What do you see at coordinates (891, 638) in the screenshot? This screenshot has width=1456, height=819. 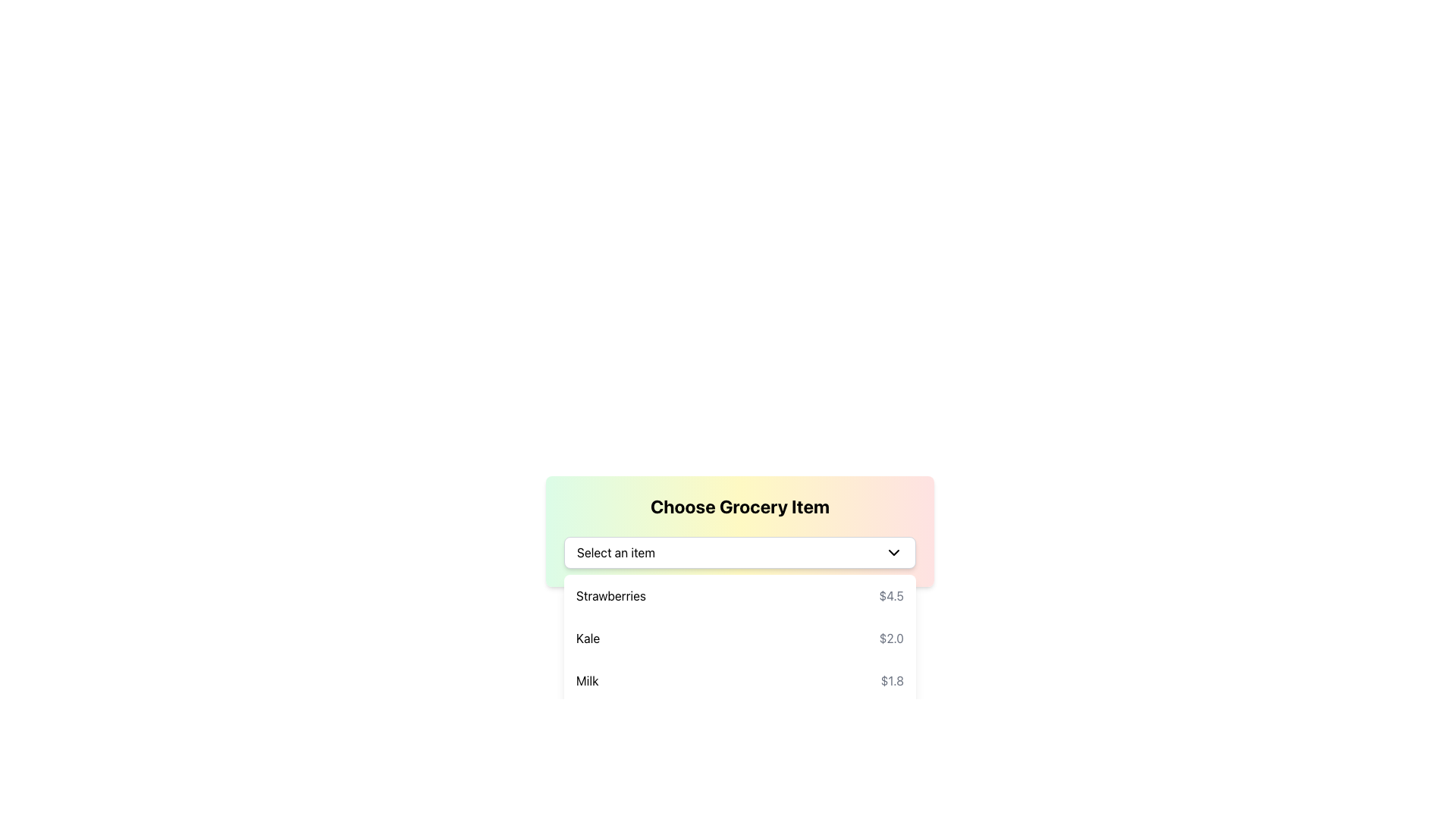 I see `the price label displaying '$2.0' in gray font, located to the right of the text 'Kale' in the 'Choose Grocery Item' section` at bounding box center [891, 638].